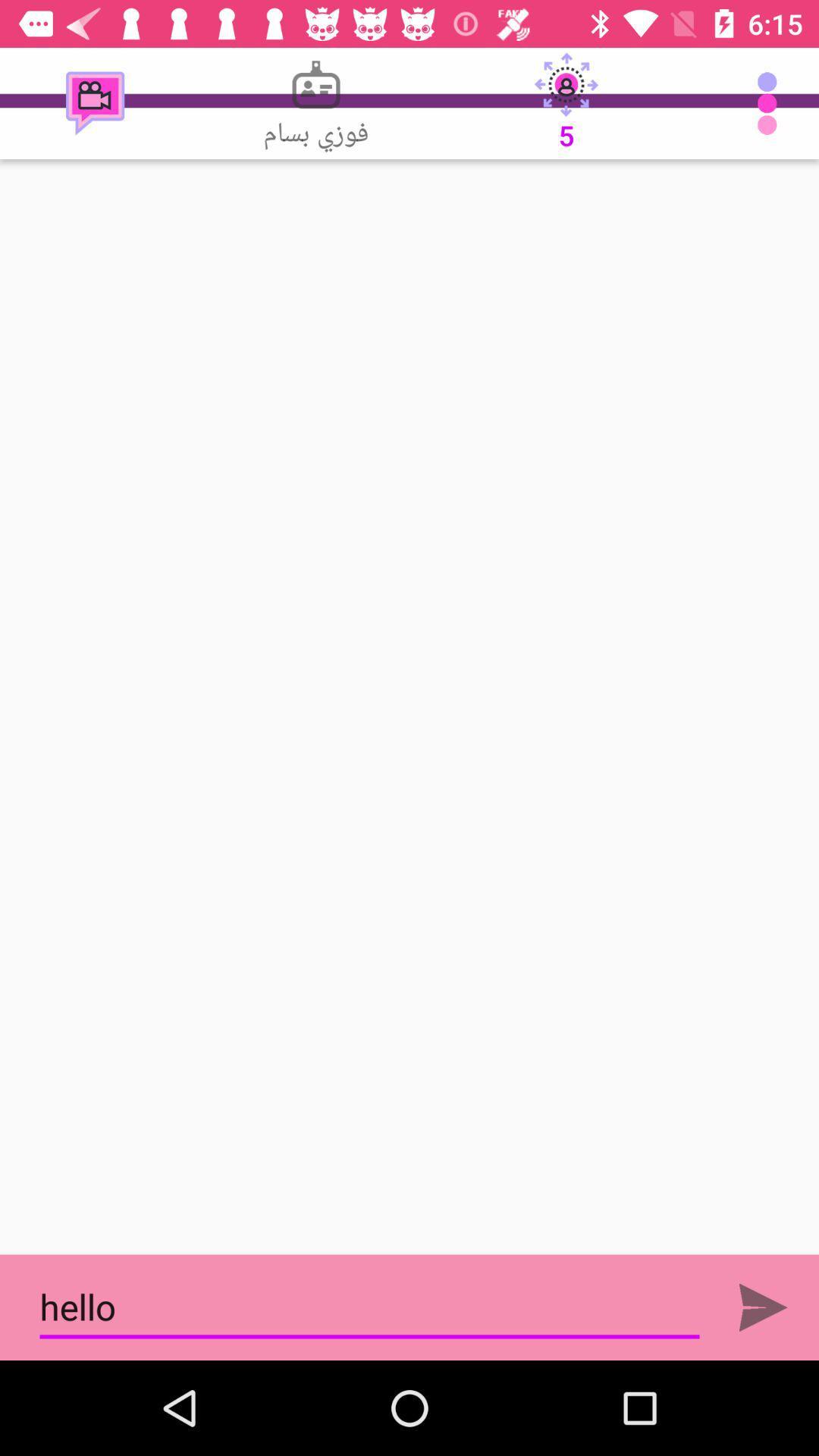 This screenshot has width=819, height=1456. I want to click on the send icon, so click(763, 1307).